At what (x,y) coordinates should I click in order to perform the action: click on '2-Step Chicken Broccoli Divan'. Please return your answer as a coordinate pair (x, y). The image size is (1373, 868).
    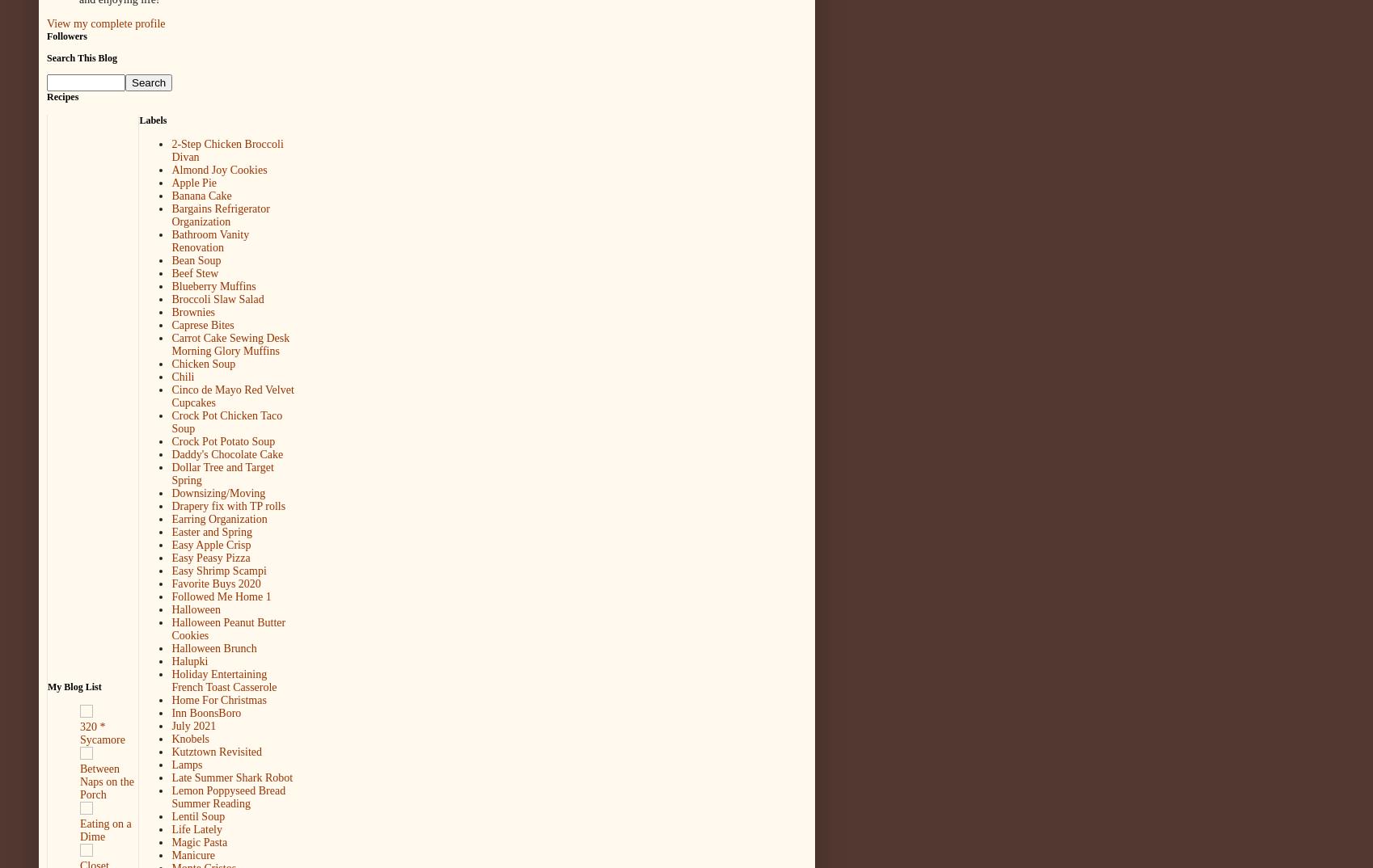
    Looking at the image, I should click on (226, 150).